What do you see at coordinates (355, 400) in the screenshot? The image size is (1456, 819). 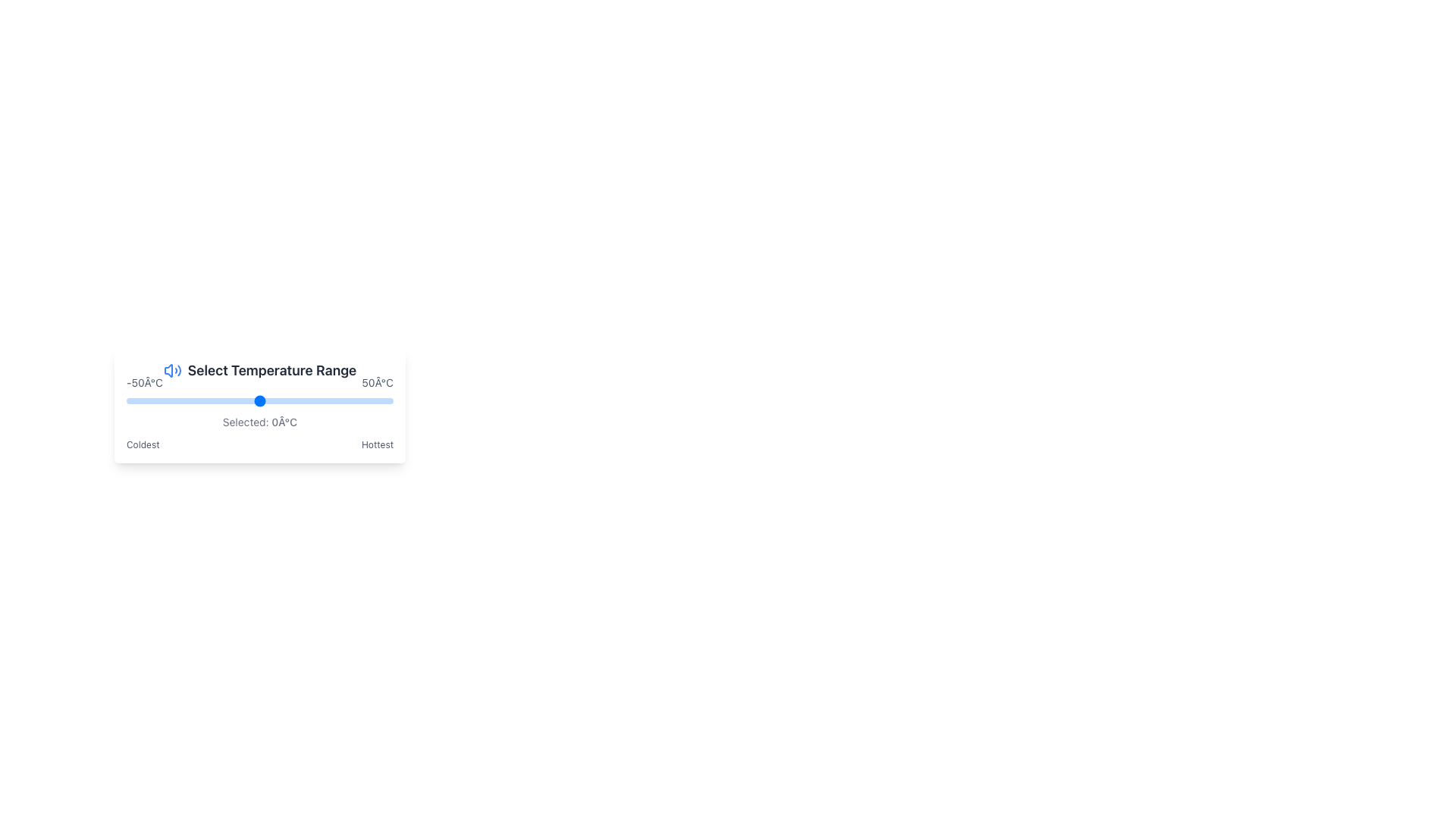 I see `the temperature` at bounding box center [355, 400].